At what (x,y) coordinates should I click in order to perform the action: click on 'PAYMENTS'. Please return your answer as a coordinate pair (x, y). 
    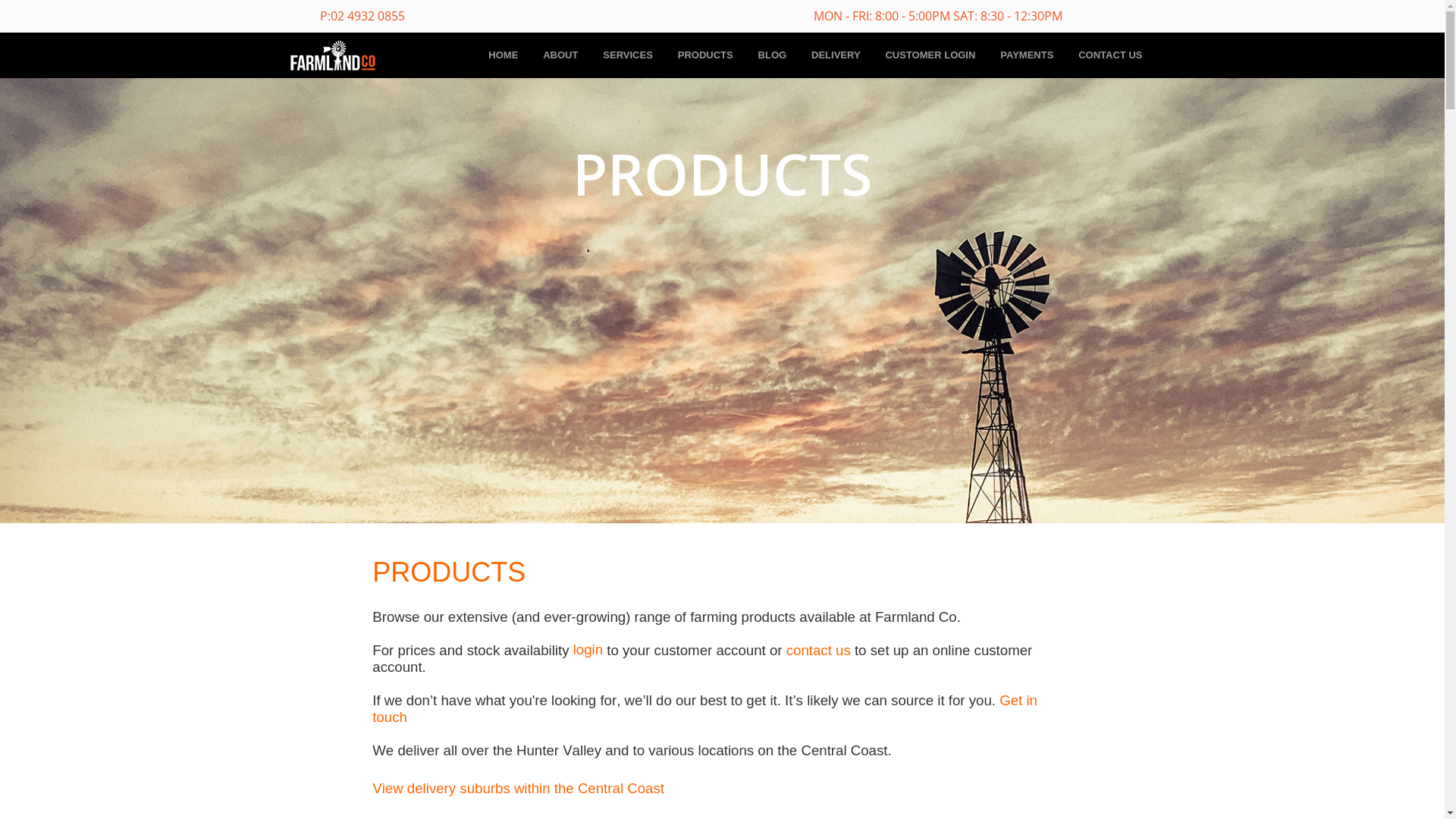
    Looking at the image, I should click on (1026, 55).